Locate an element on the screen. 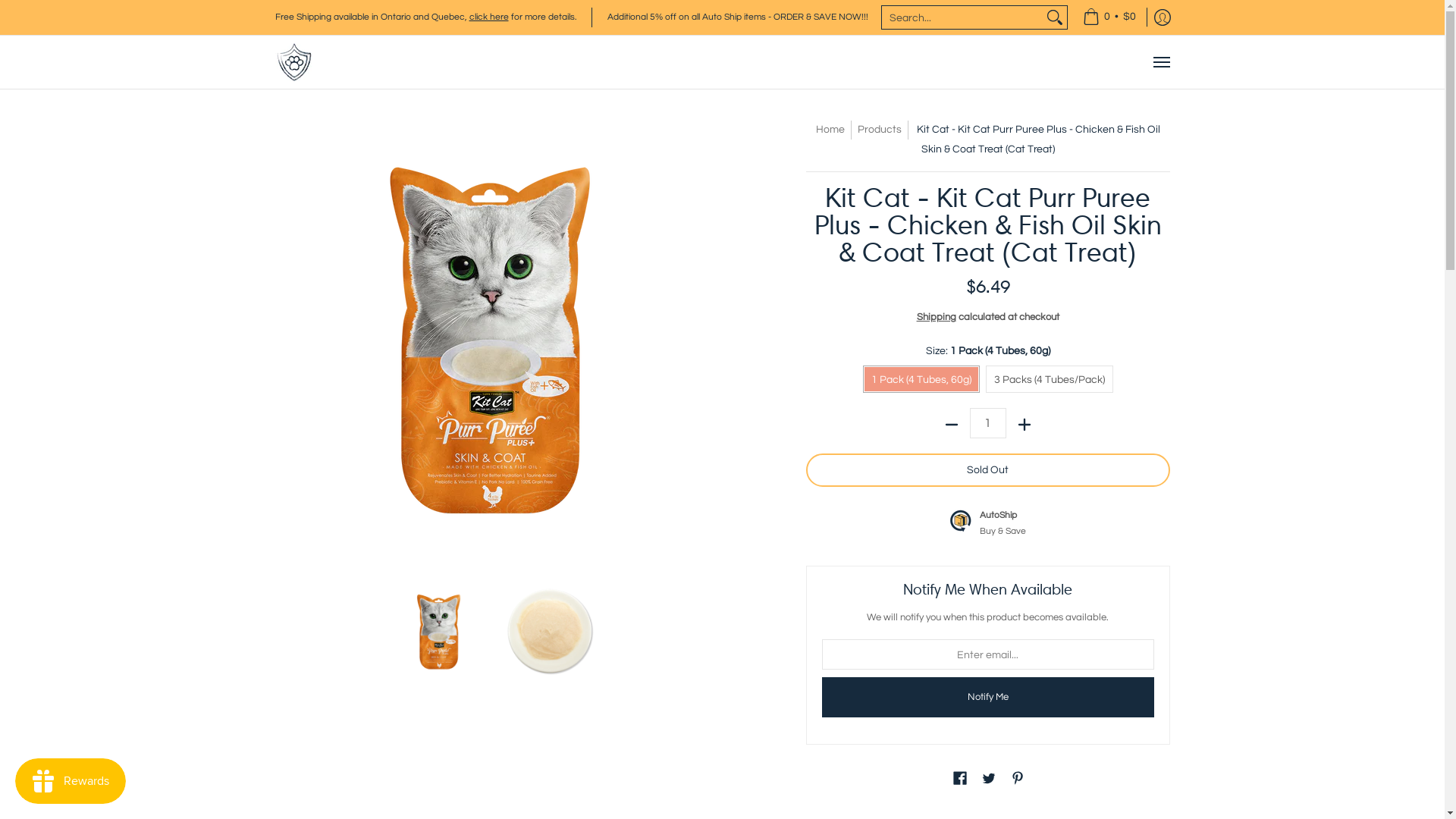 This screenshot has width=1456, height=819. 'AutoShip is located at coordinates (949, 520).